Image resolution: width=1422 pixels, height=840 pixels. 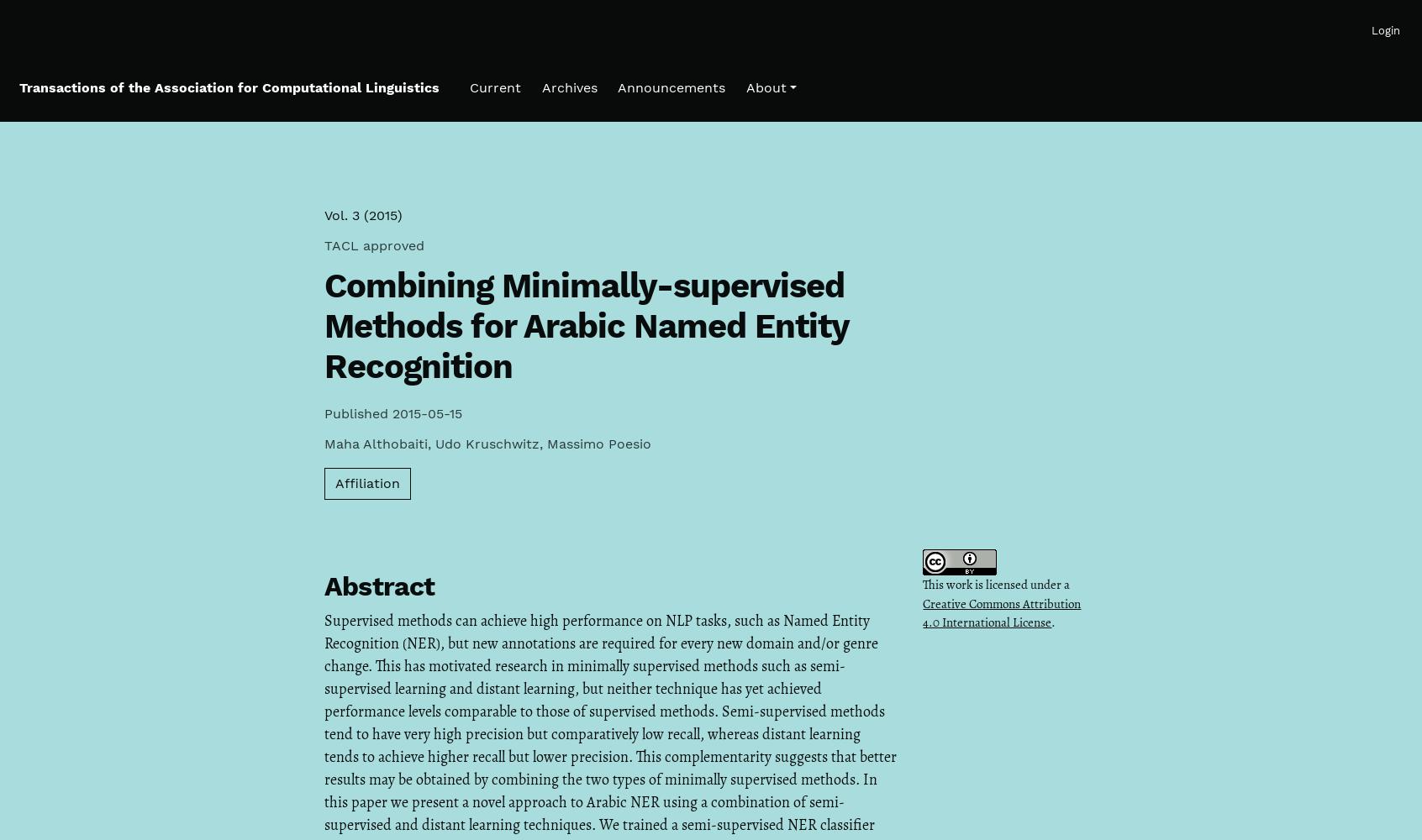 I want to click on 'Archives', so click(x=540, y=87).